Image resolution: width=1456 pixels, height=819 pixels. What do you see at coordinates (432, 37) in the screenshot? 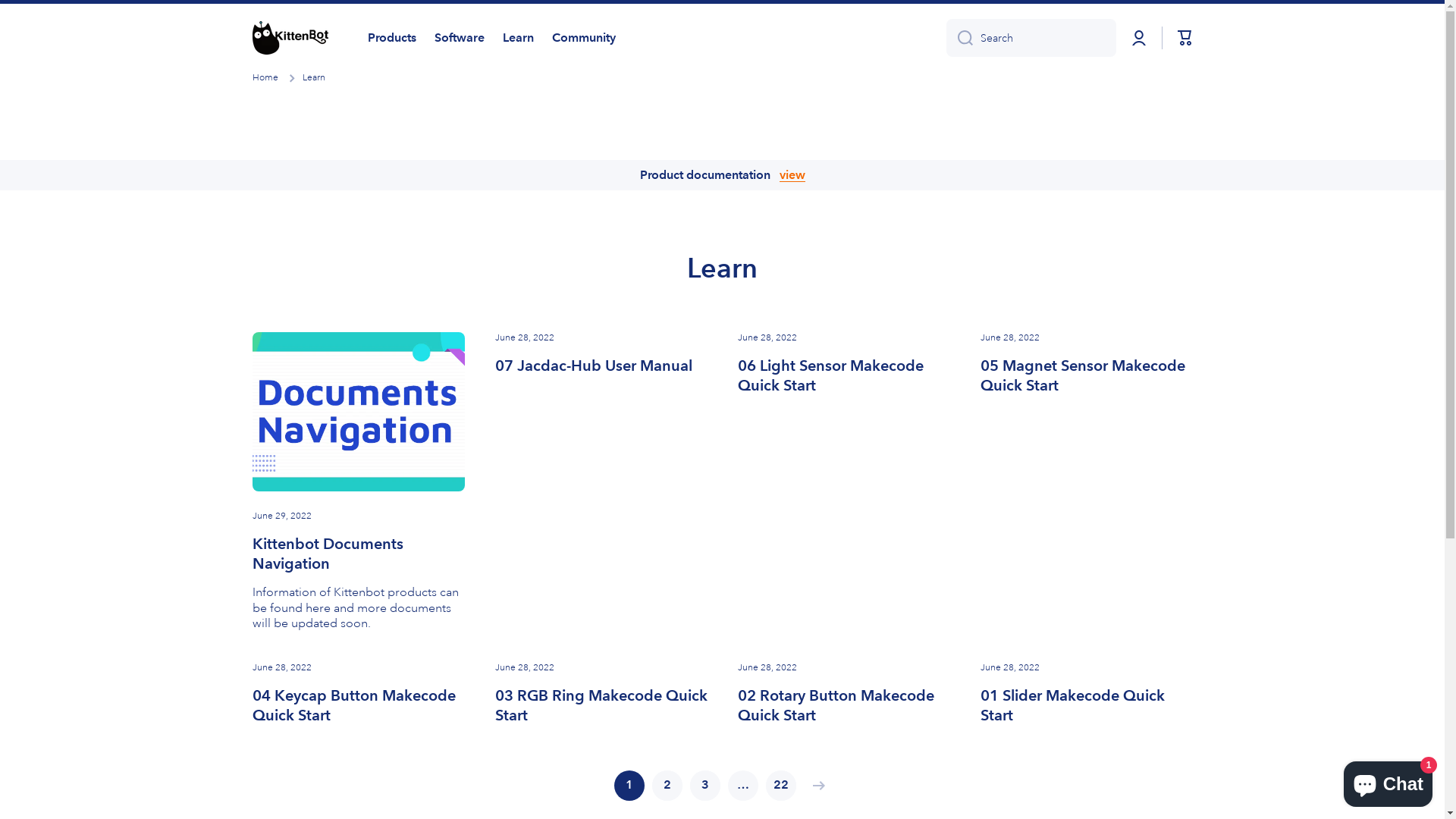
I see `'Software'` at bounding box center [432, 37].